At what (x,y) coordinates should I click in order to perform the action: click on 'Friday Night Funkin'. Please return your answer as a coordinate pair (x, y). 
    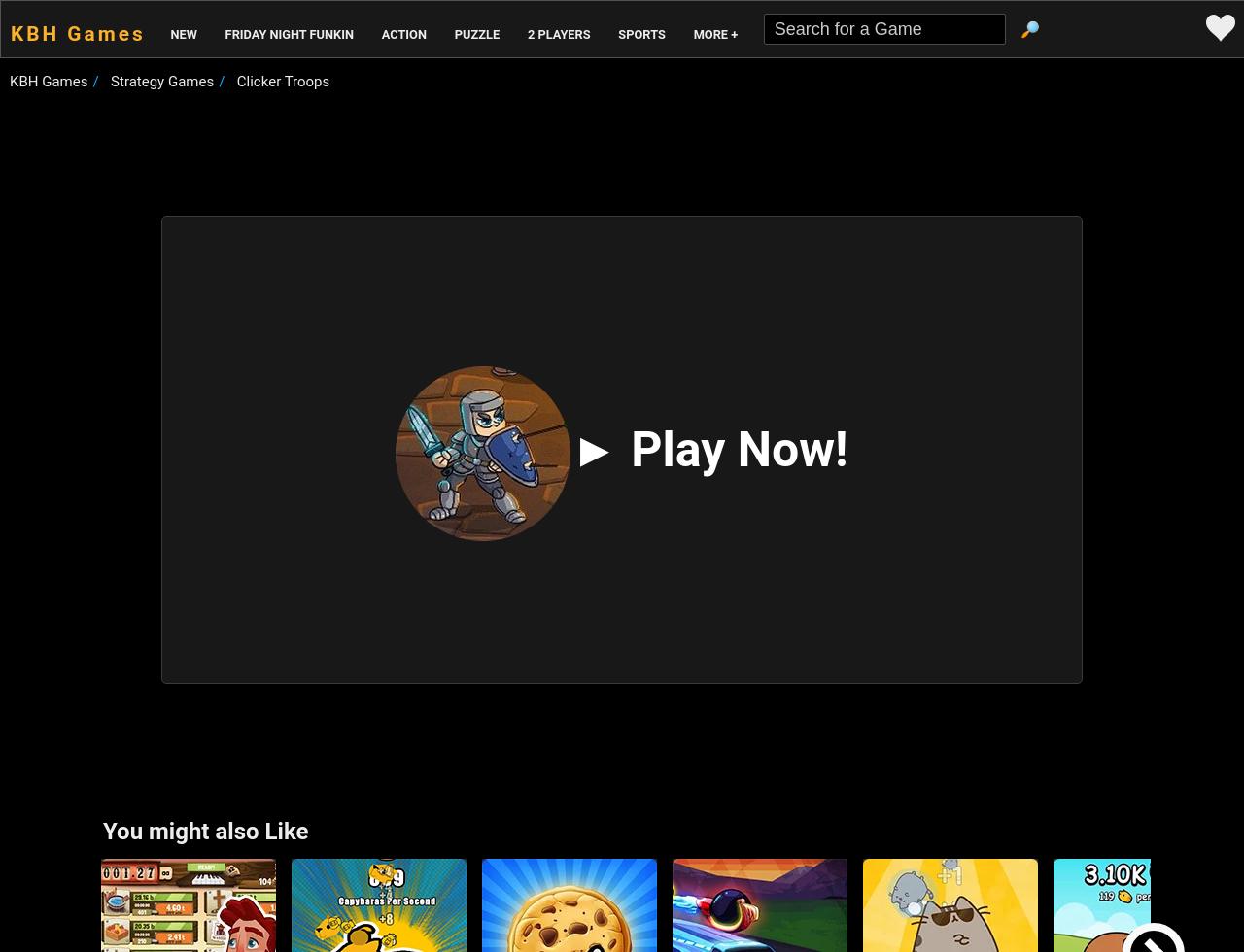
    Looking at the image, I should click on (287, 34).